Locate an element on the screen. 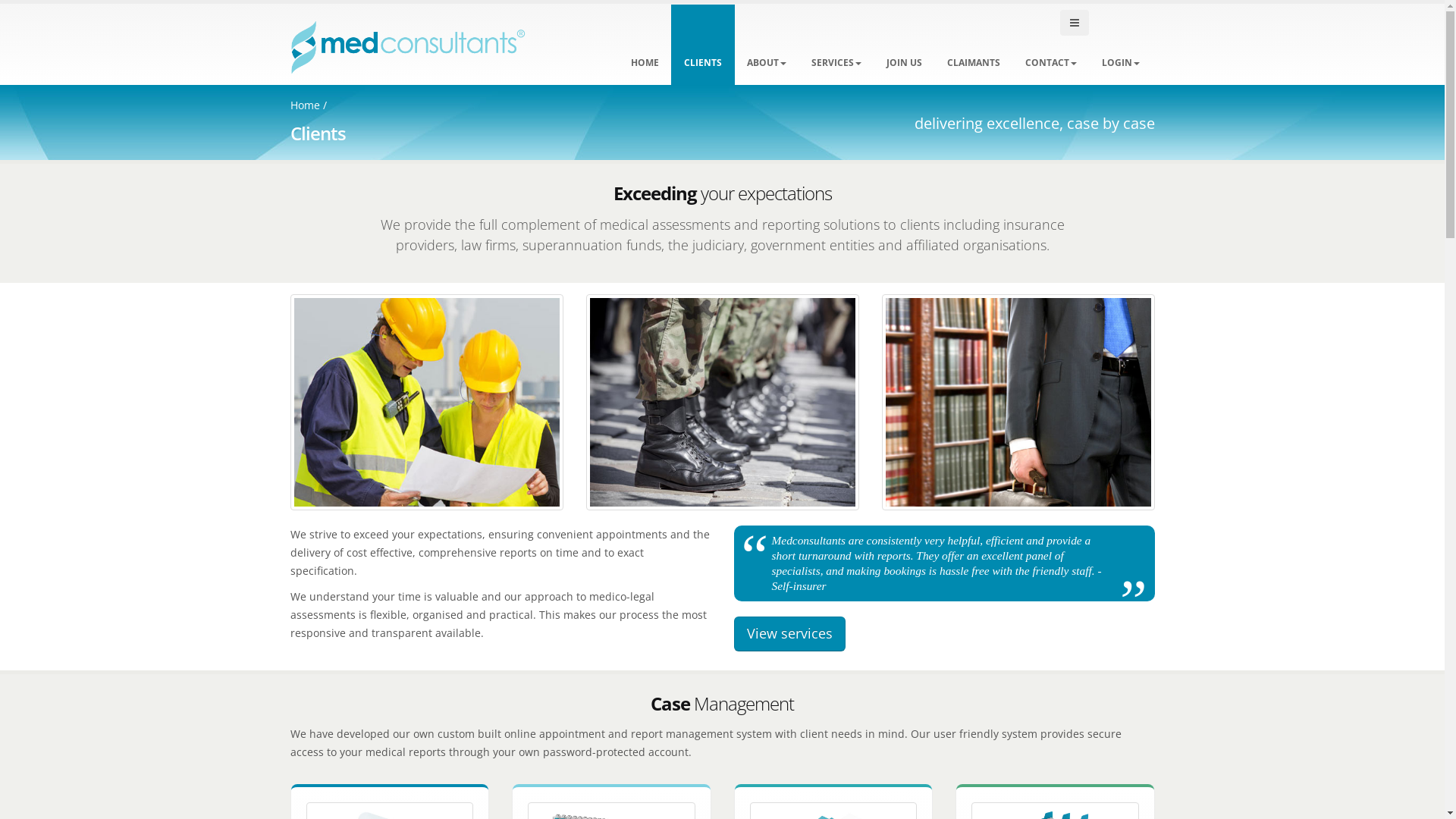  'SERVICES' is located at coordinates (835, 44).